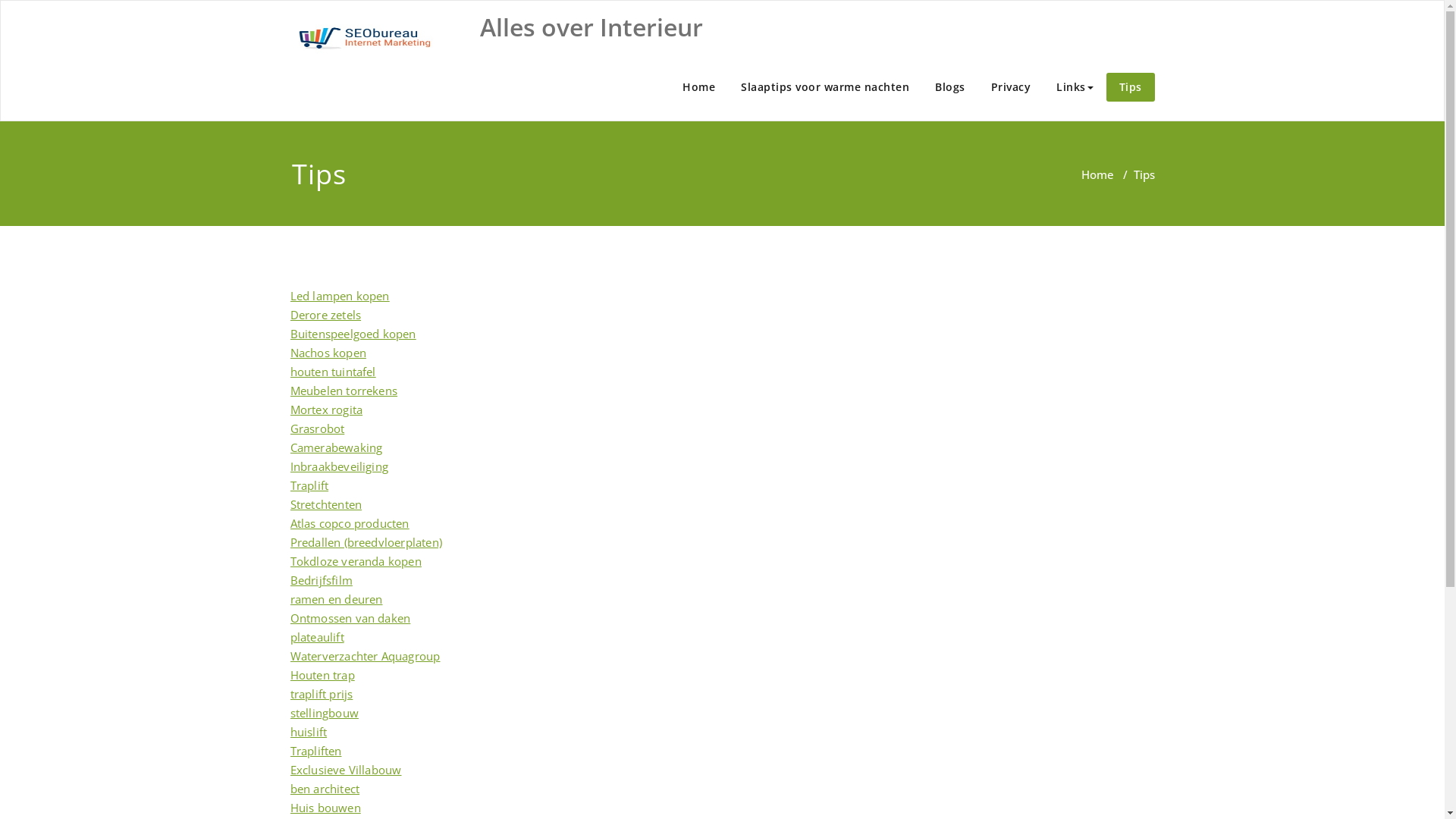  I want to click on 'plateaulift', so click(290, 637).